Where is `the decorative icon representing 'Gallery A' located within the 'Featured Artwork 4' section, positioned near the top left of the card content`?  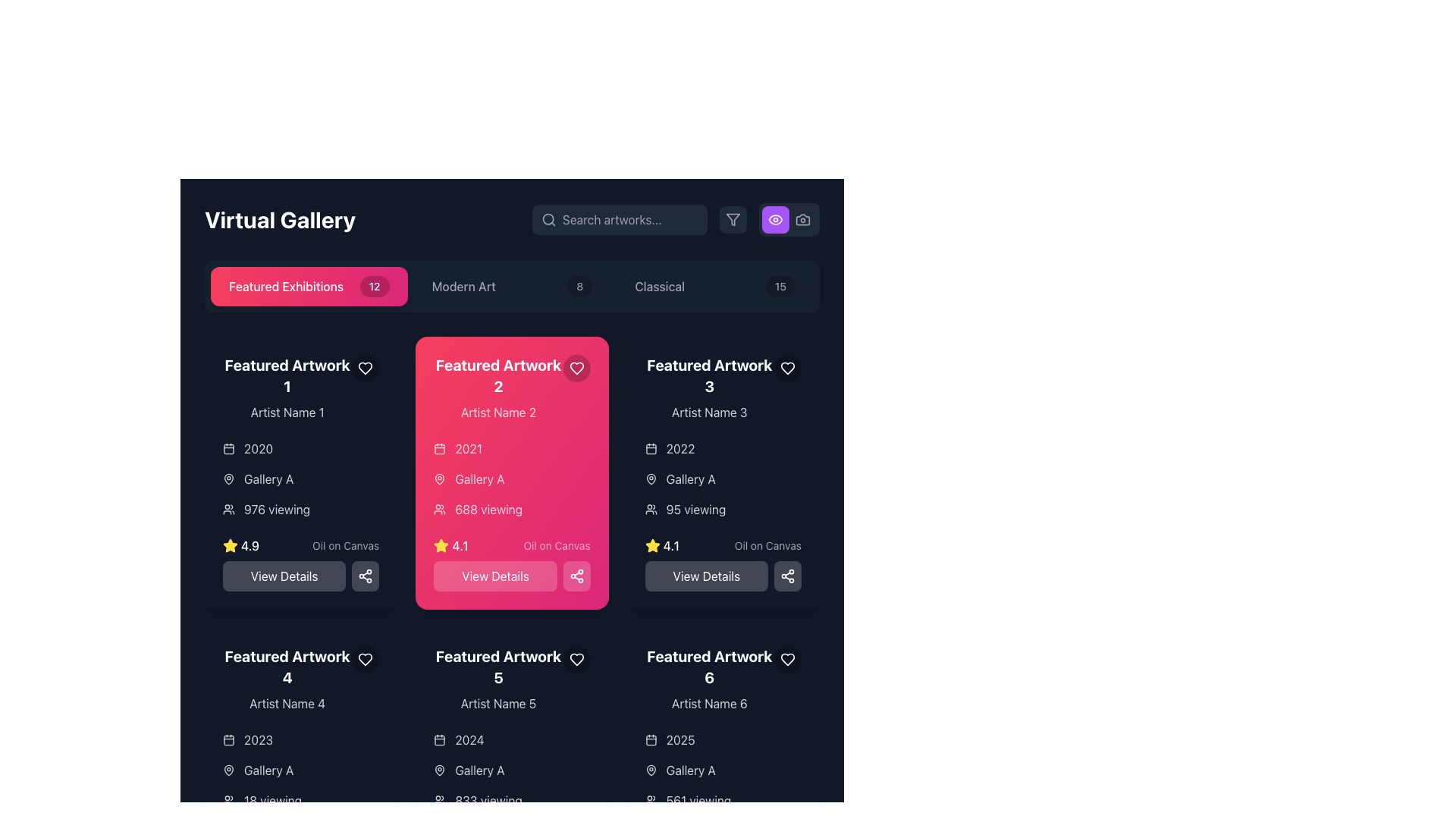
the decorative icon representing 'Gallery A' located within the 'Featured Artwork 4' section, positioned near the top left of the card content is located at coordinates (228, 770).